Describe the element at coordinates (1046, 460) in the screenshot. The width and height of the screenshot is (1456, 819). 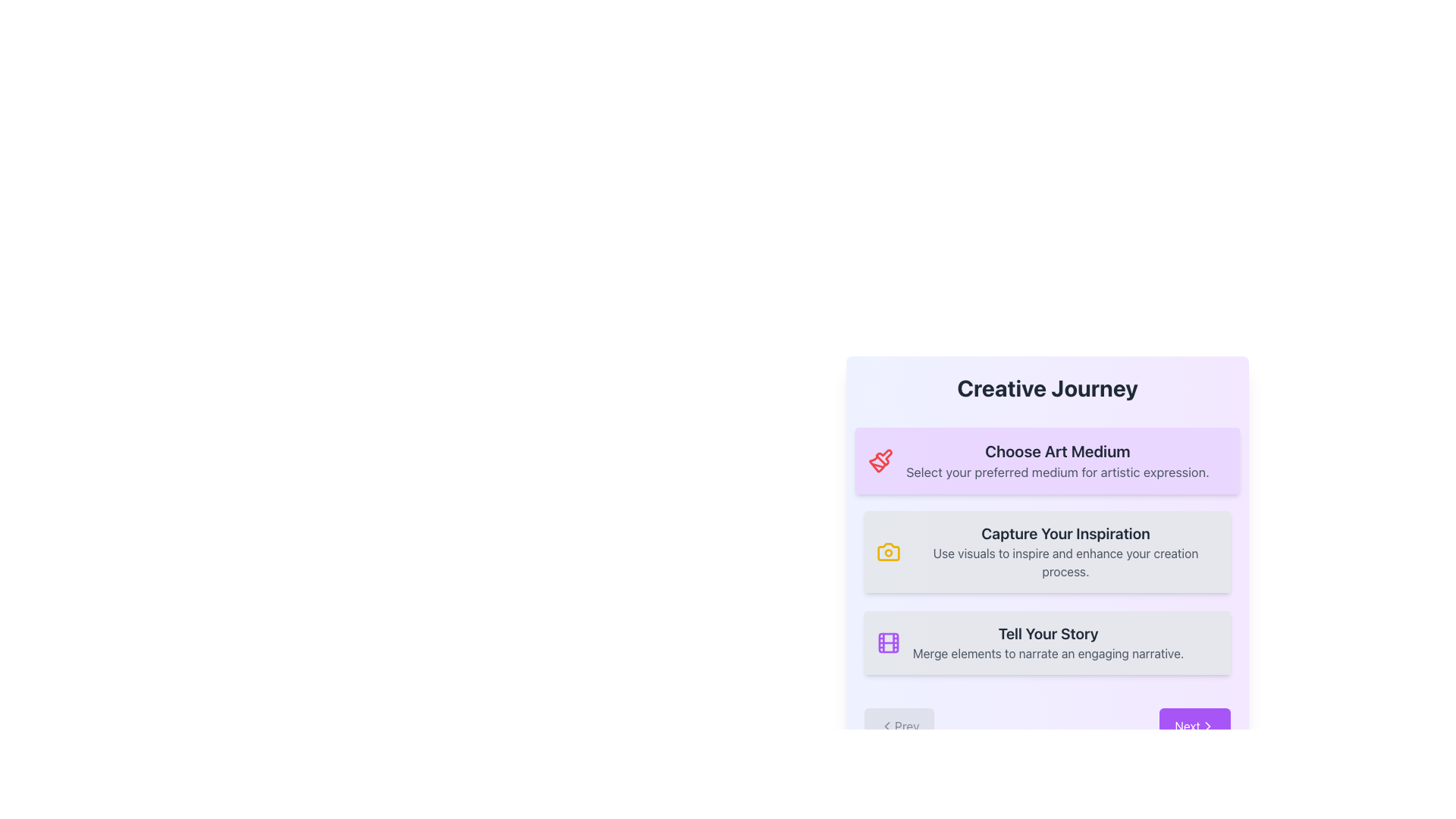
I see `the topmost informative card in the 'Creative Journey' section that allows users to select their preferred artistic medium` at that location.